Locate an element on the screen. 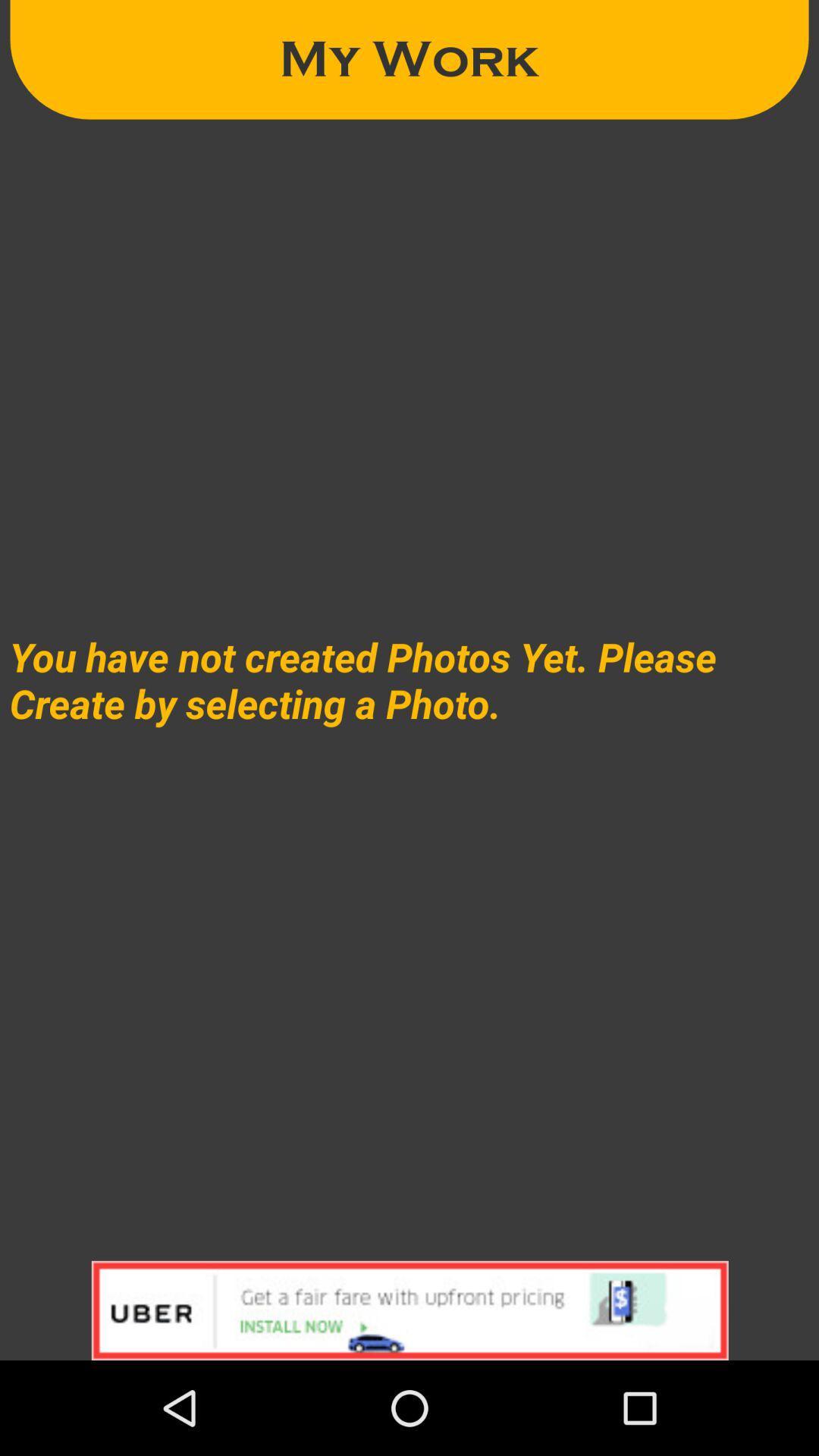 Image resolution: width=819 pixels, height=1456 pixels. click on advertisement is located at coordinates (409, 1310).